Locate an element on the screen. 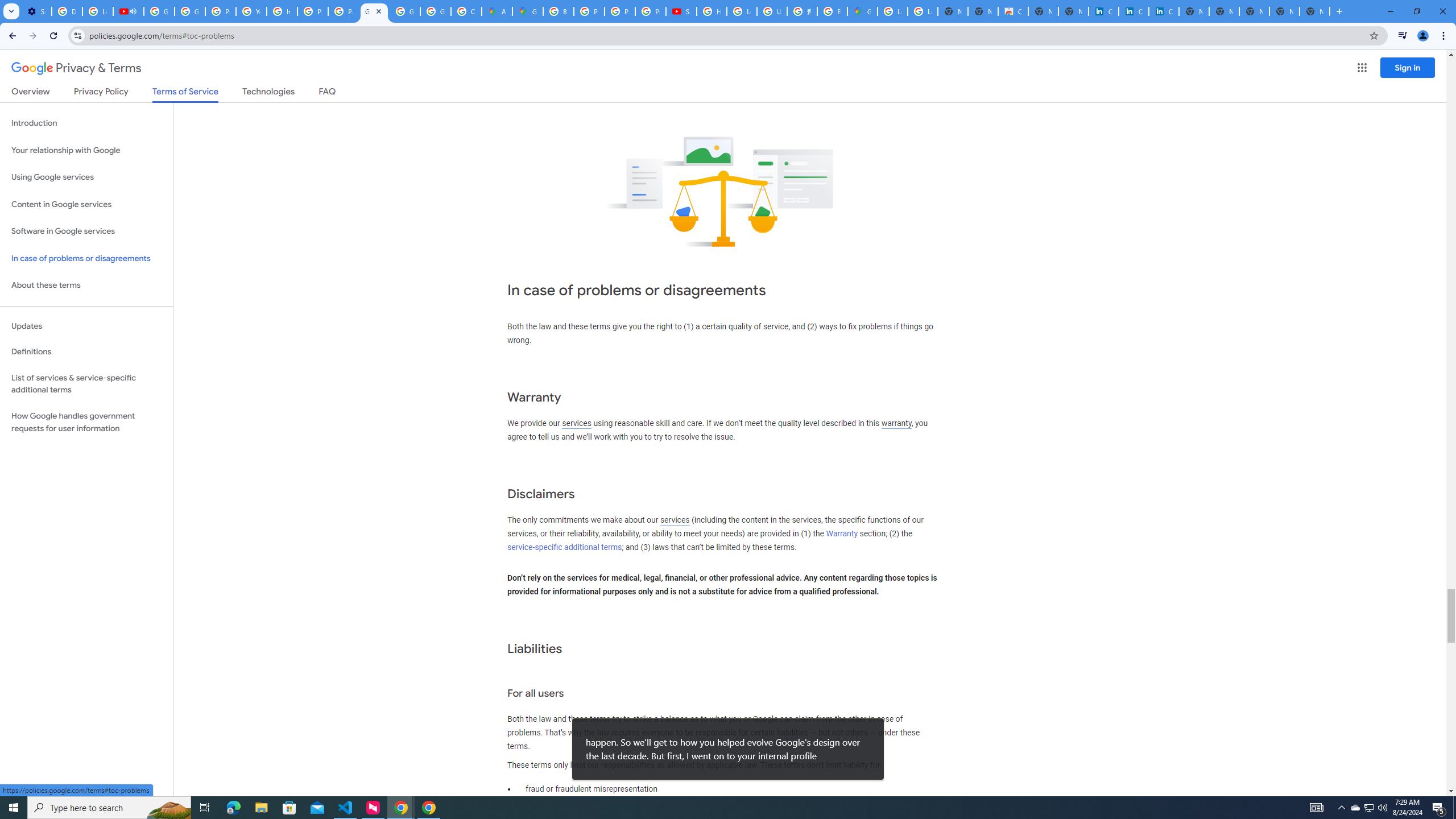 The height and width of the screenshot is (819, 1456). 'Blogger Policies and Guidelines - Transparency Center' is located at coordinates (559, 11).